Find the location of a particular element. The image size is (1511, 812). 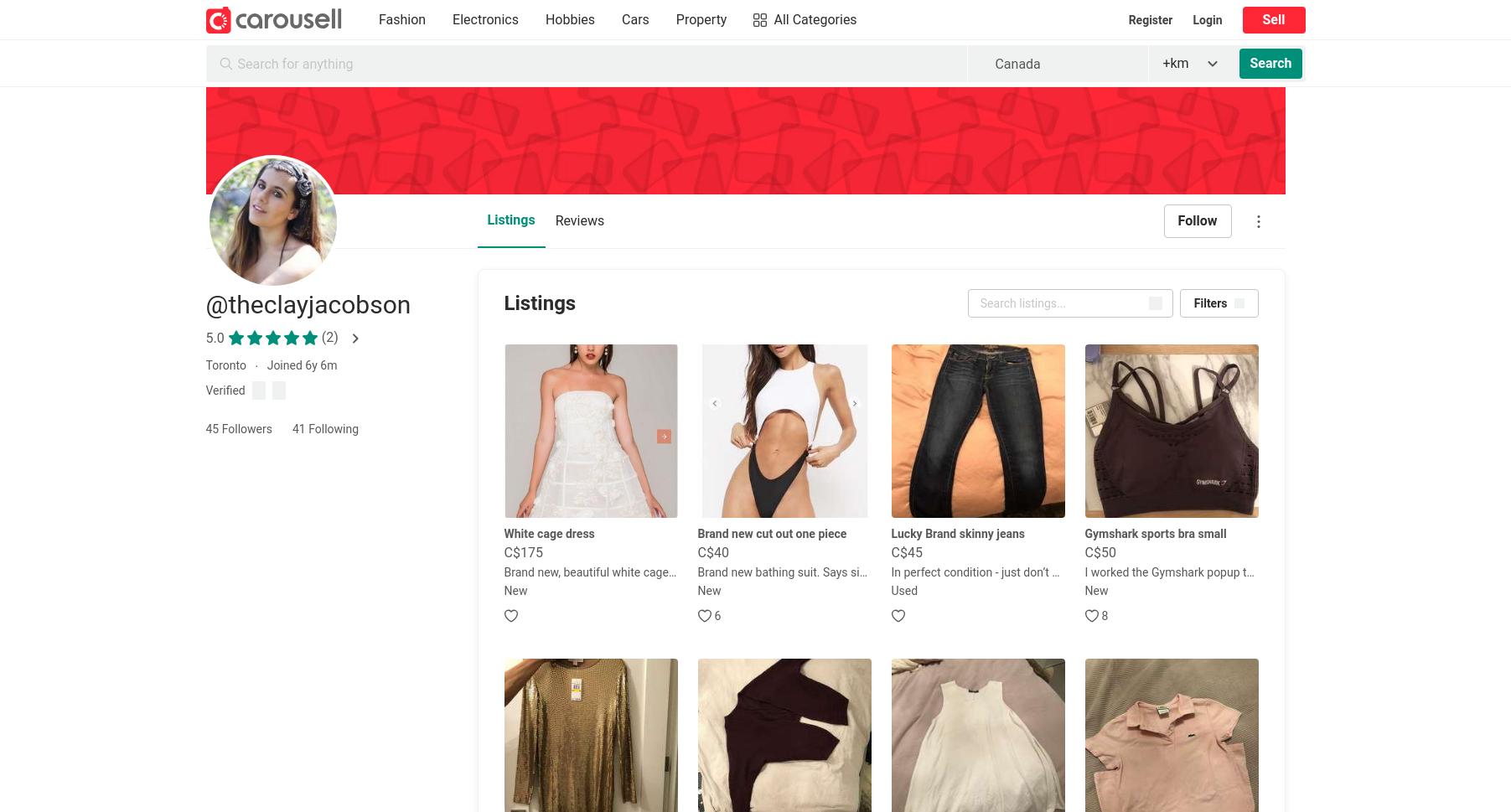

'Brand new cut out one piece' is located at coordinates (771, 534).